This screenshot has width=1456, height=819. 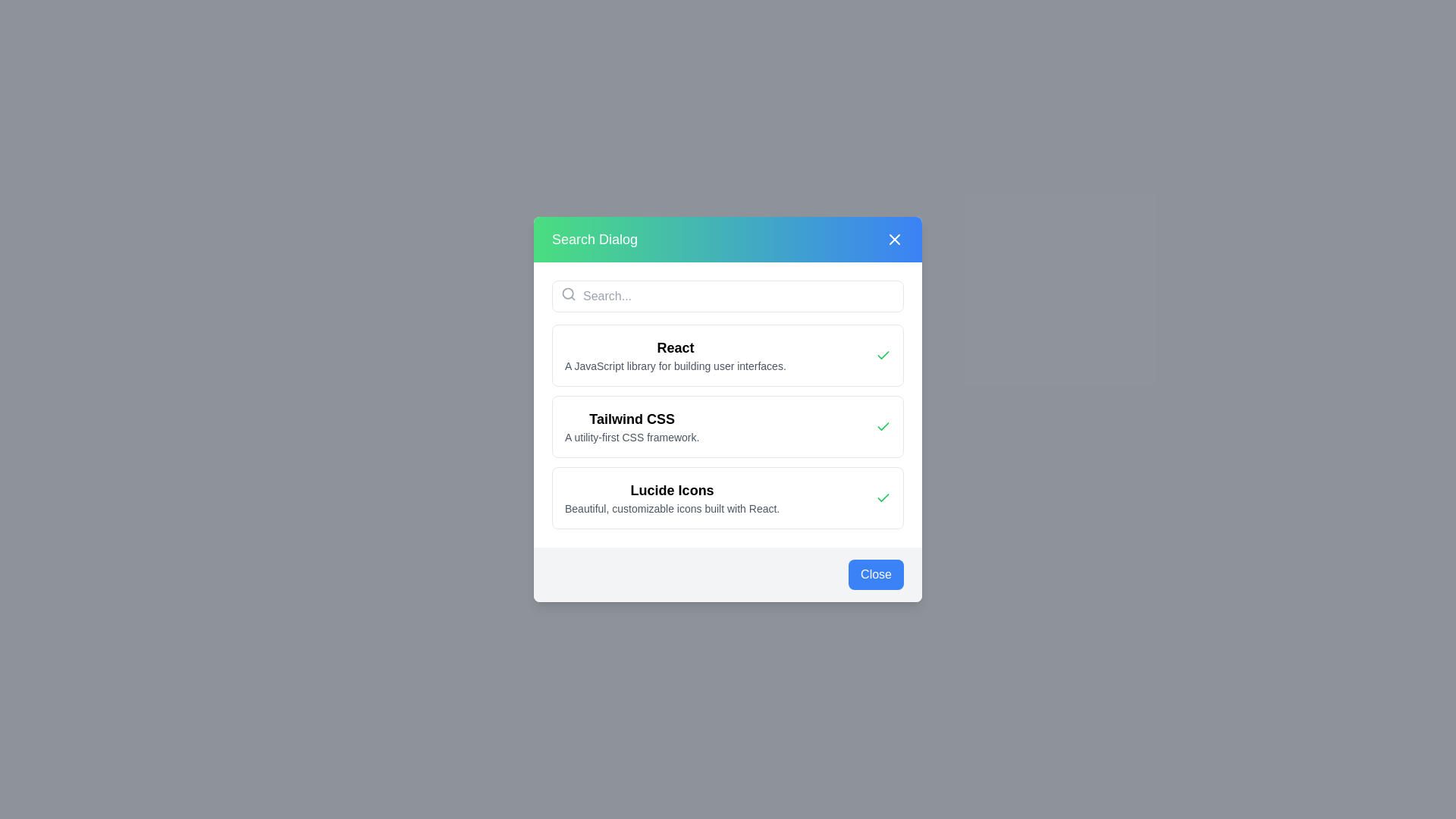 What do you see at coordinates (671, 509) in the screenshot?
I see `the text located directly below the 'Lucide Icons' heading in the middle of the dialog box` at bounding box center [671, 509].